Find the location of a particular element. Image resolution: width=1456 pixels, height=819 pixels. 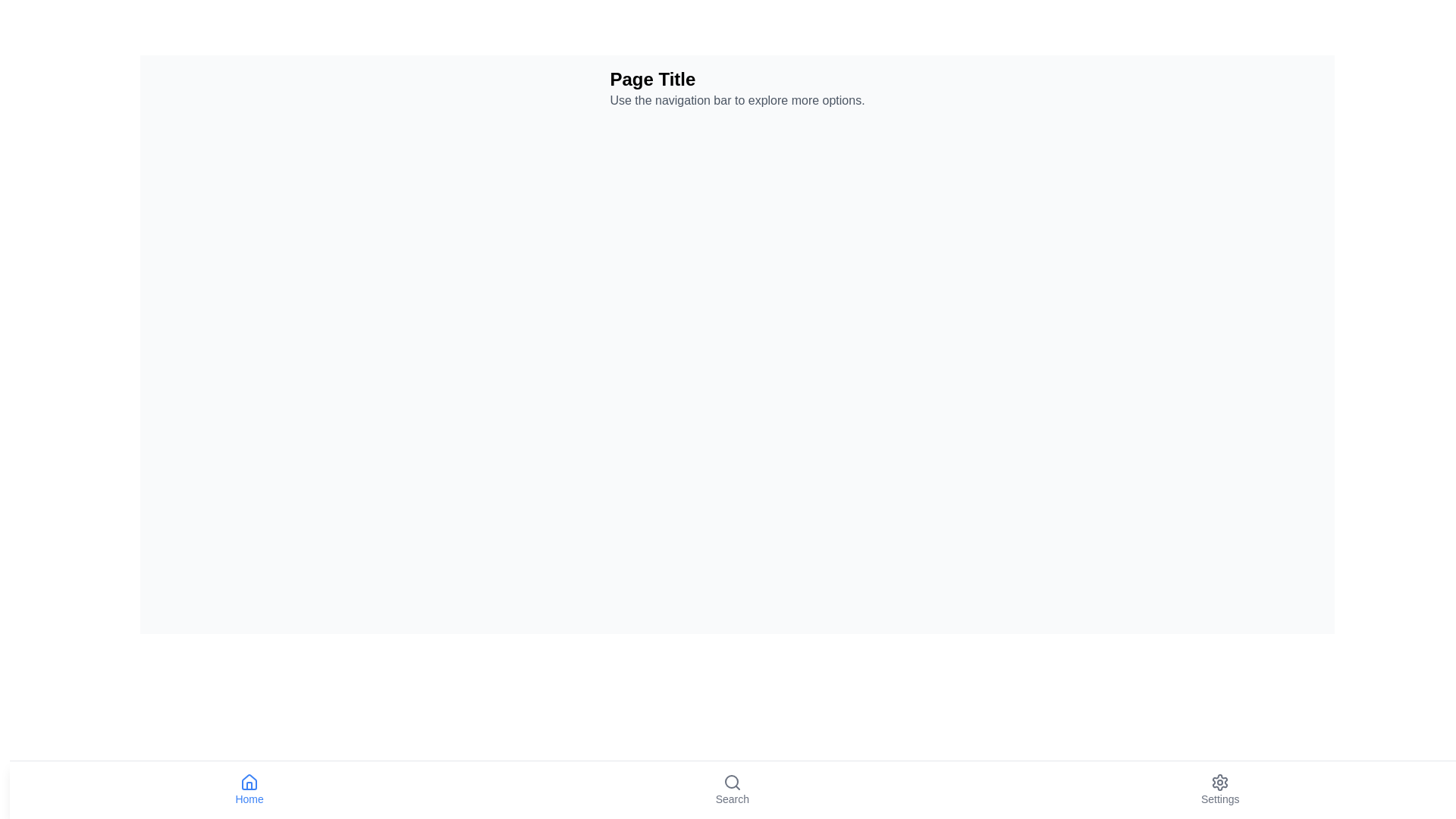

the navigation icon labeled 'Home' in the bottom navigation bar is located at coordinates (249, 789).